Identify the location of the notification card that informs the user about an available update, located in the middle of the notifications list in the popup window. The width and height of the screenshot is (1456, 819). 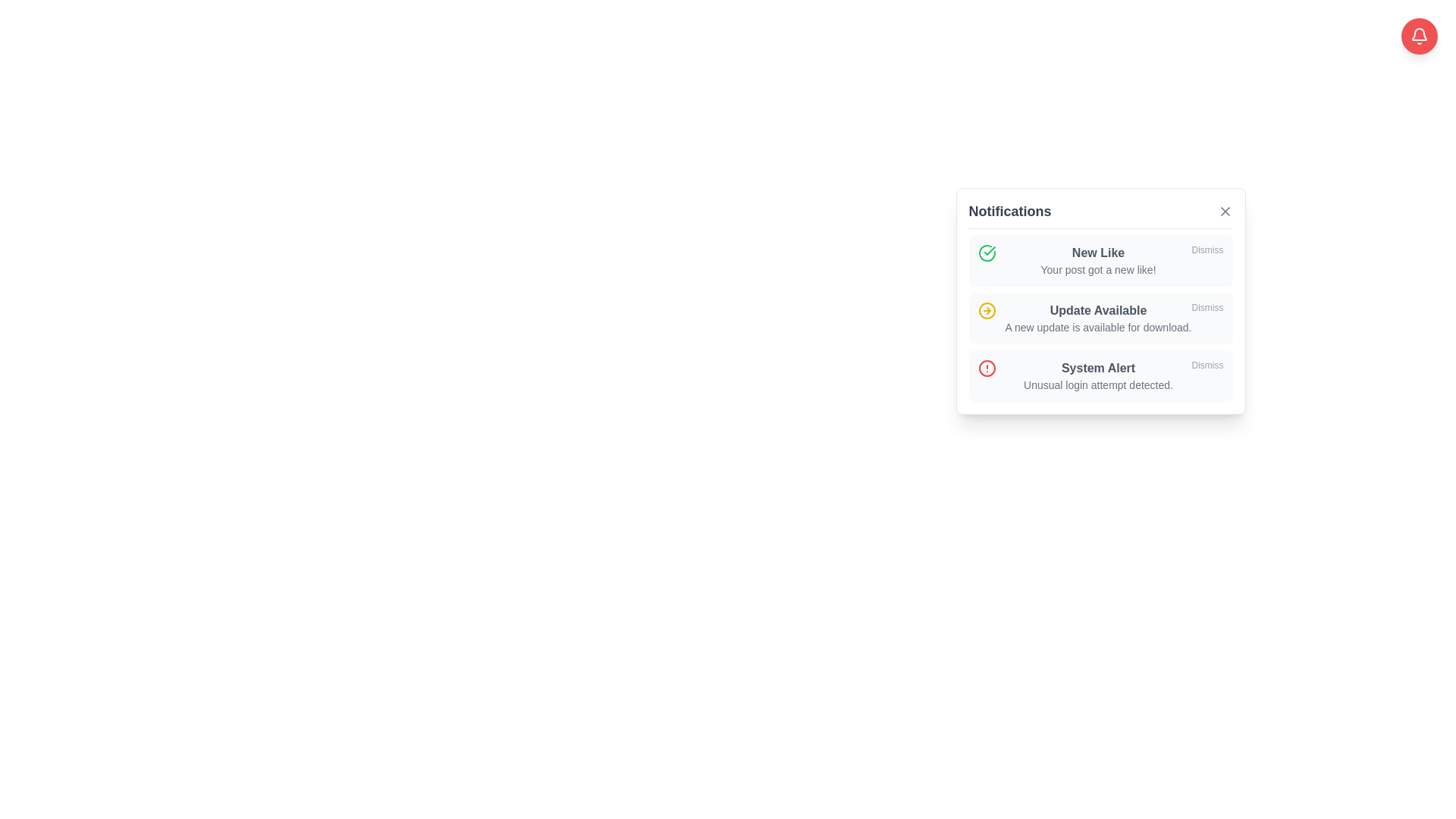
(1100, 301).